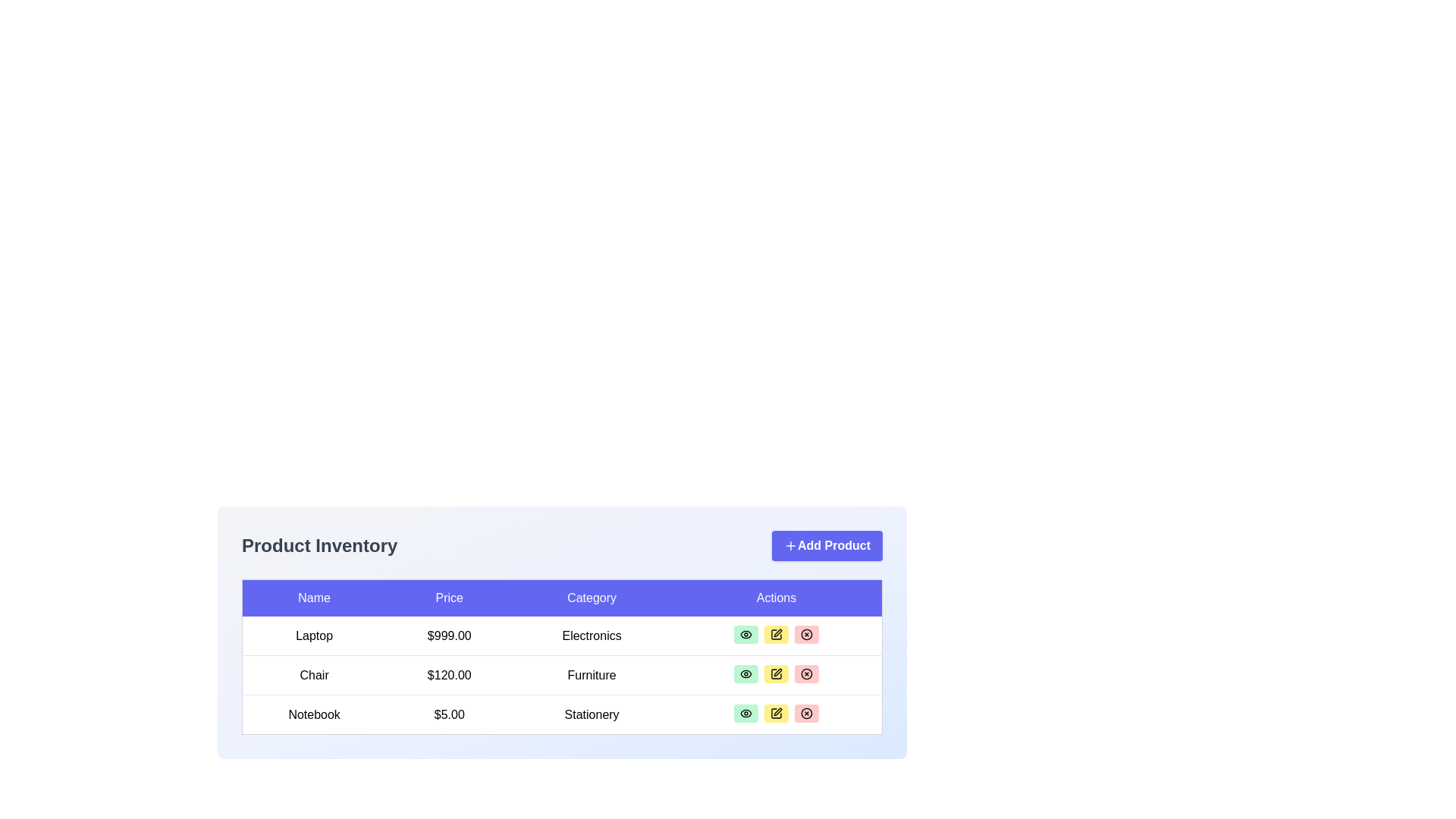  Describe the element at coordinates (745, 673) in the screenshot. I see `the green, eye-shaped icon button located in the 'Actions' column for the 'Chair' row` at that location.